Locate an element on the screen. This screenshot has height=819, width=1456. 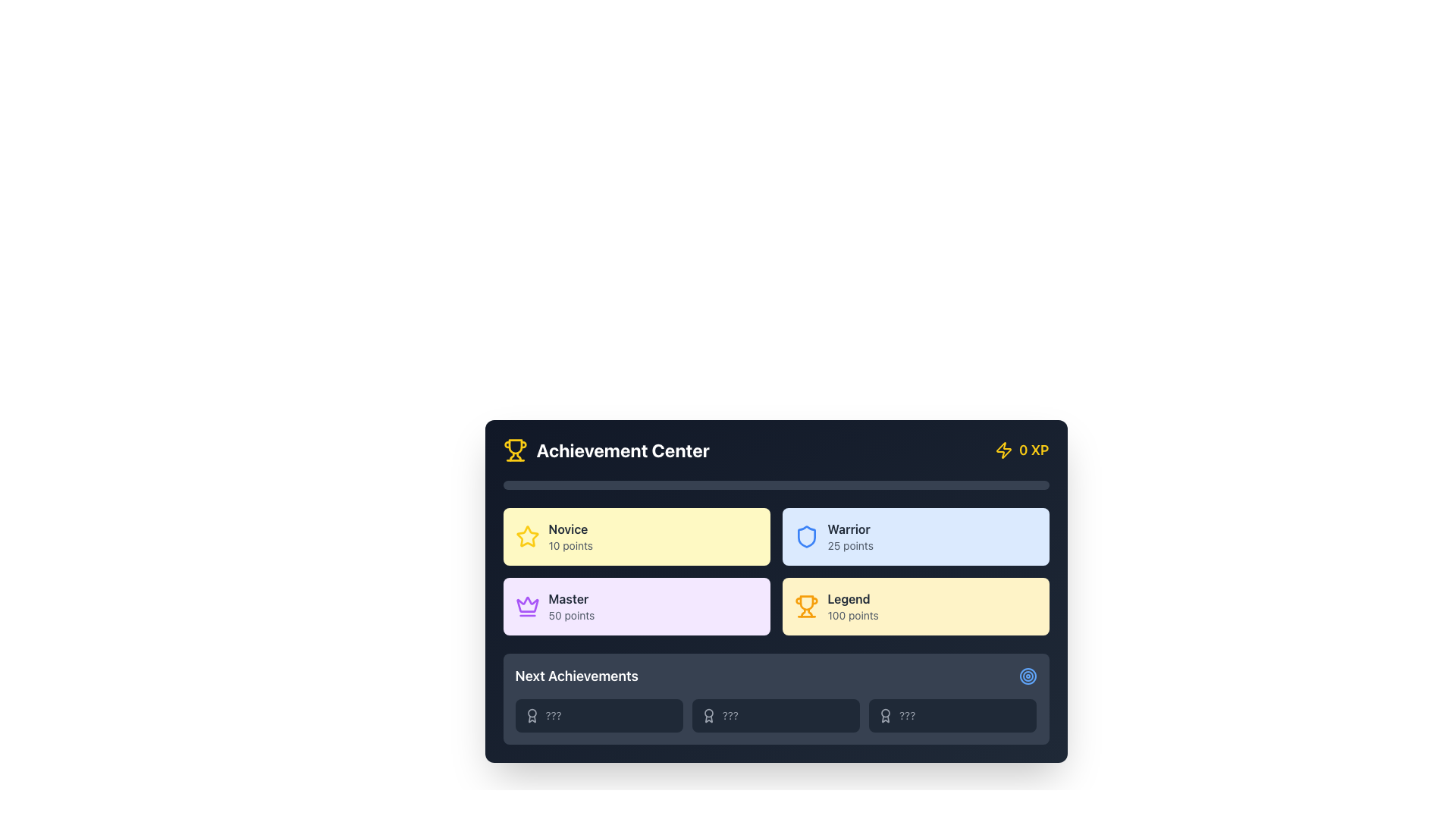
the static text display representing the achievement level 'Master' with a score of 50 points, located in the bottom-left quadrant of the main achievement grid is located at coordinates (570, 605).